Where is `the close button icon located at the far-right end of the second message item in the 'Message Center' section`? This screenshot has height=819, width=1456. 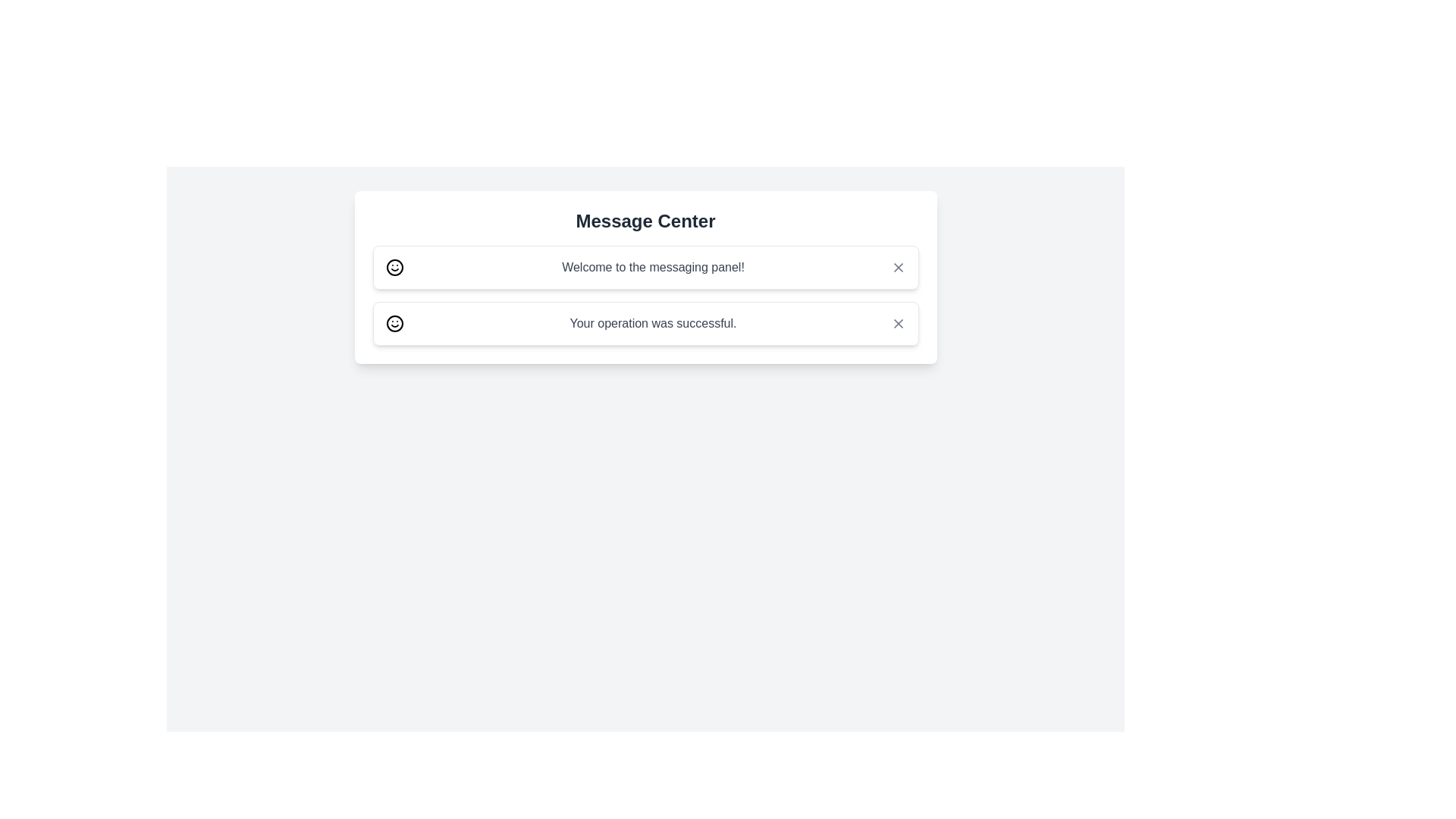
the close button icon located at the far-right end of the second message item in the 'Message Center' section is located at coordinates (898, 323).